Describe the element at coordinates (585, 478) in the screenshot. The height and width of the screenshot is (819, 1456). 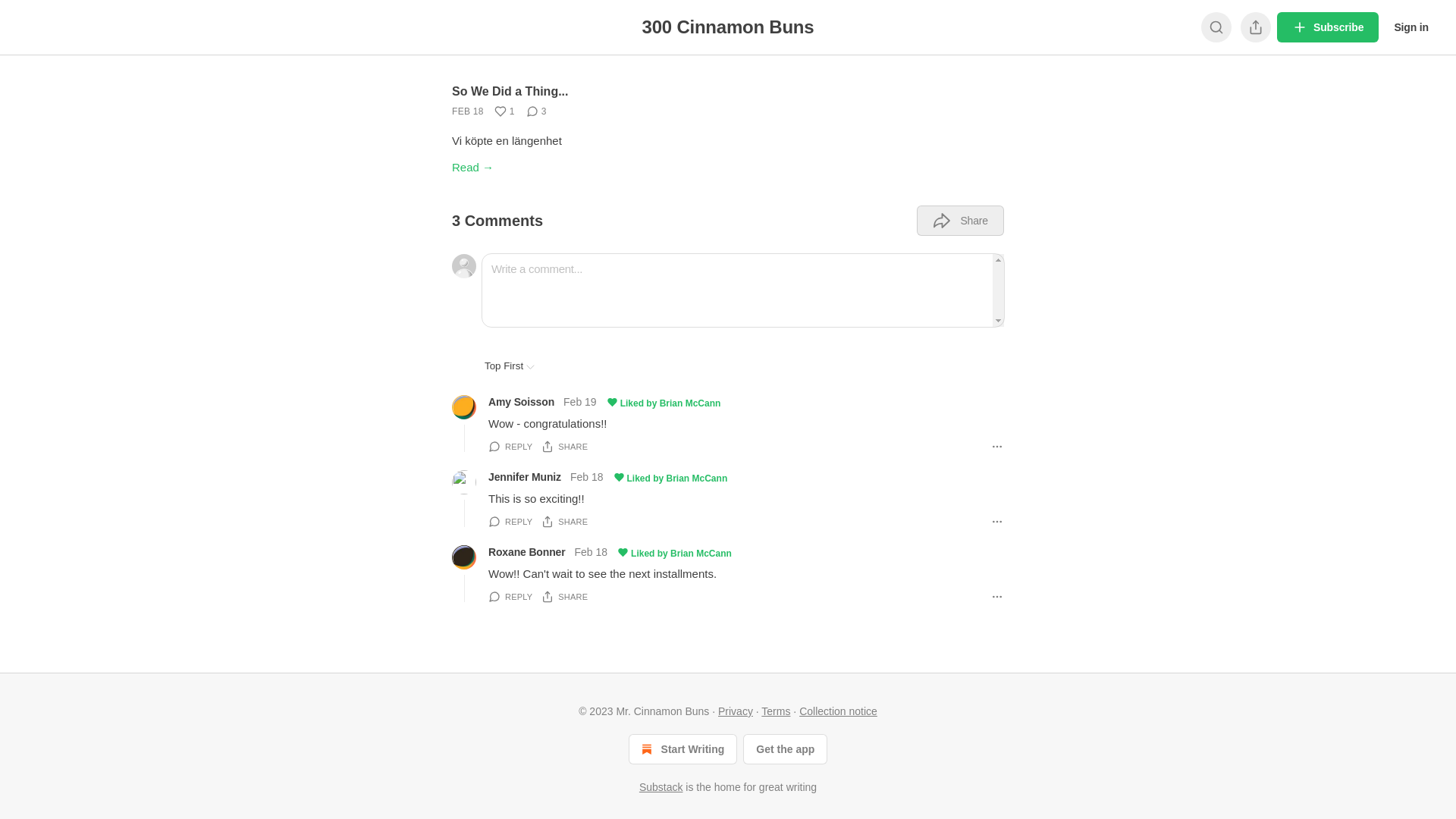
I see `'Feb 18'` at that location.